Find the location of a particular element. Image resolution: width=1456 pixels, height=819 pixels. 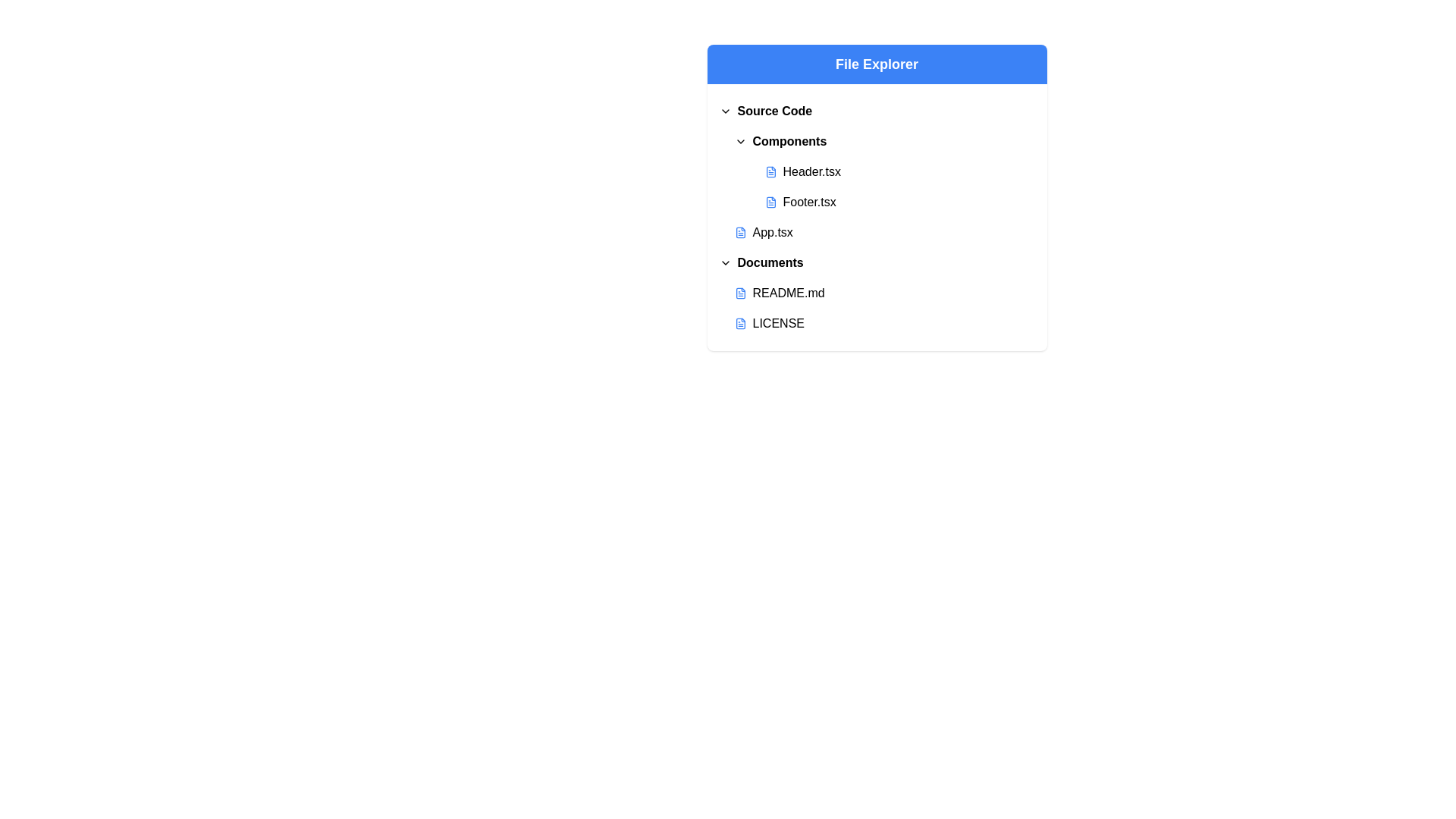

the text label representing the LICENSE file located is located at coordinates (778, 323).